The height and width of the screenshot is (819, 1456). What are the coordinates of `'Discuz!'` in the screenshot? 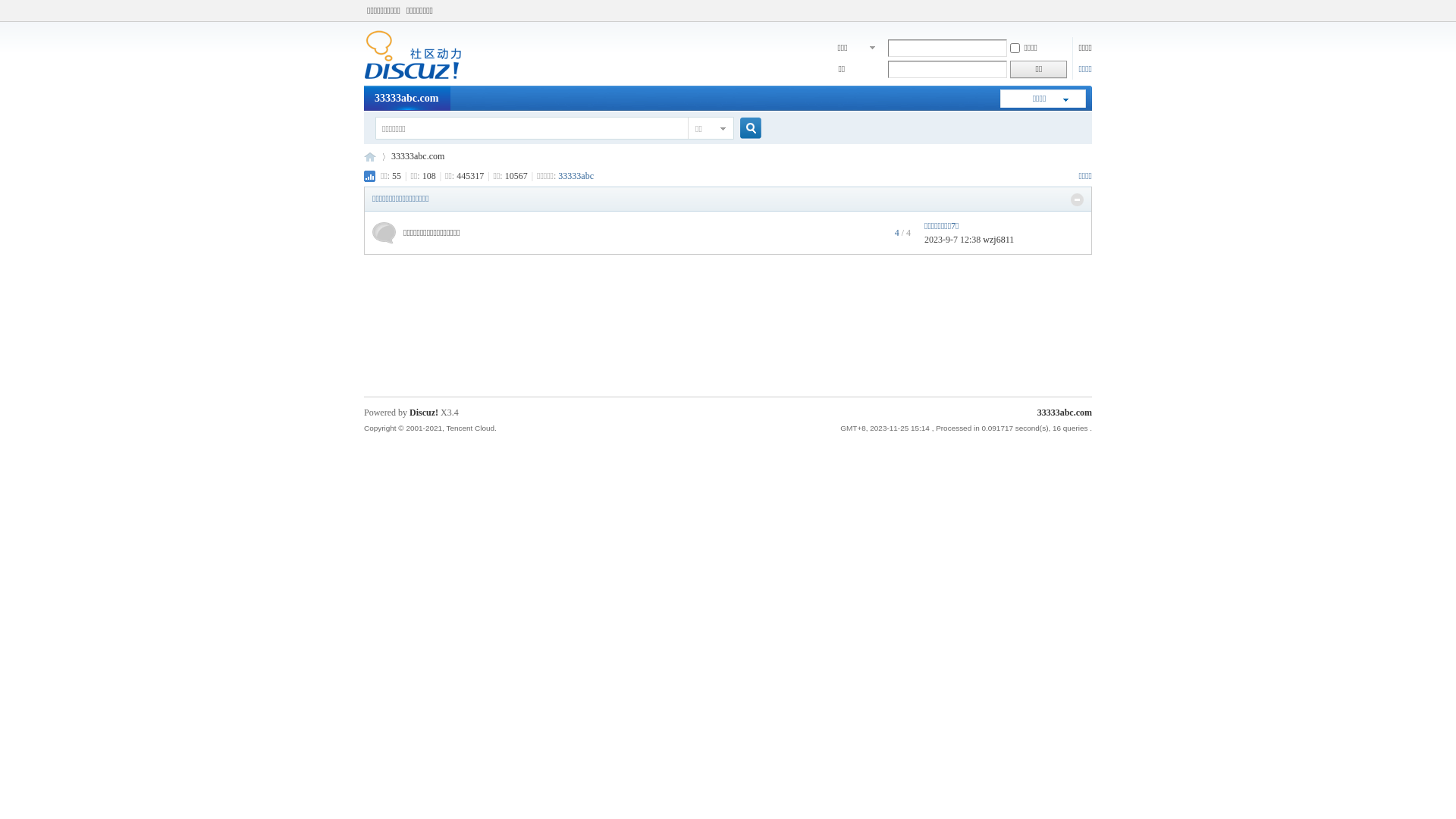 It's located at (423, 412).